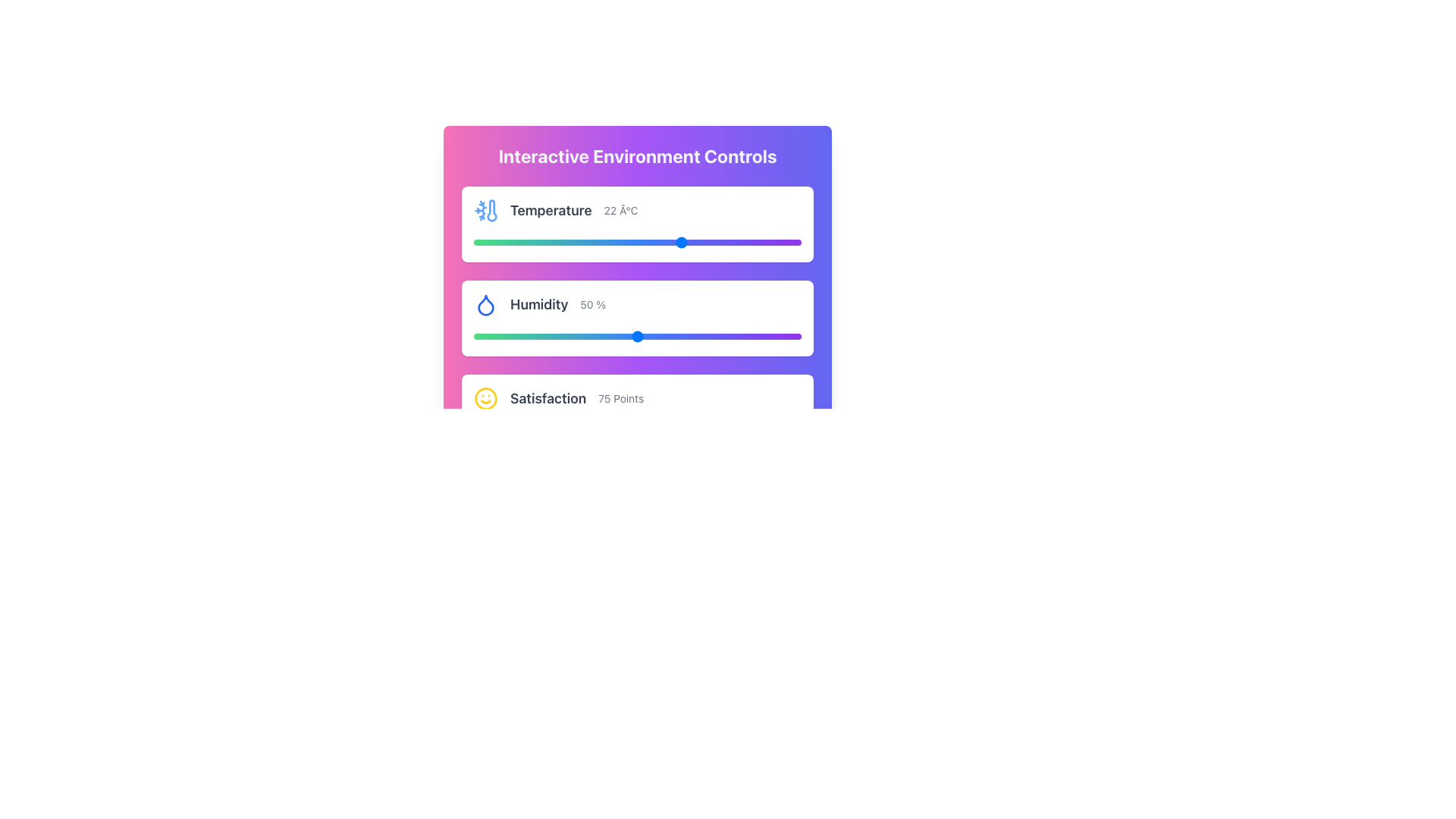 Image resolution: width=1456 pixels, height=819 pixels. What do you see at coordinates (490, 335) in the screenshot?
I see `humidity` at bounding box center [490, 335].